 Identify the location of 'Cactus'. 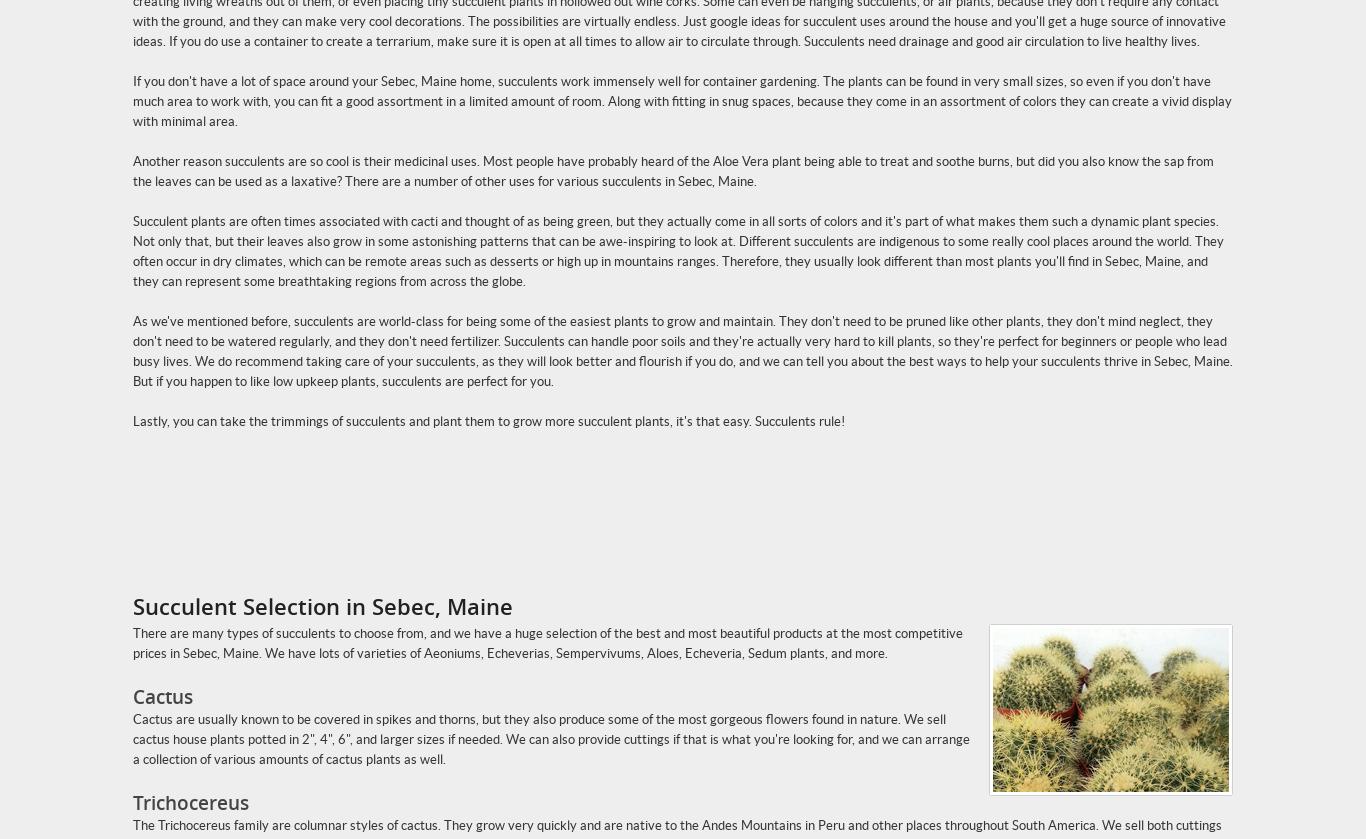
(161, 696).